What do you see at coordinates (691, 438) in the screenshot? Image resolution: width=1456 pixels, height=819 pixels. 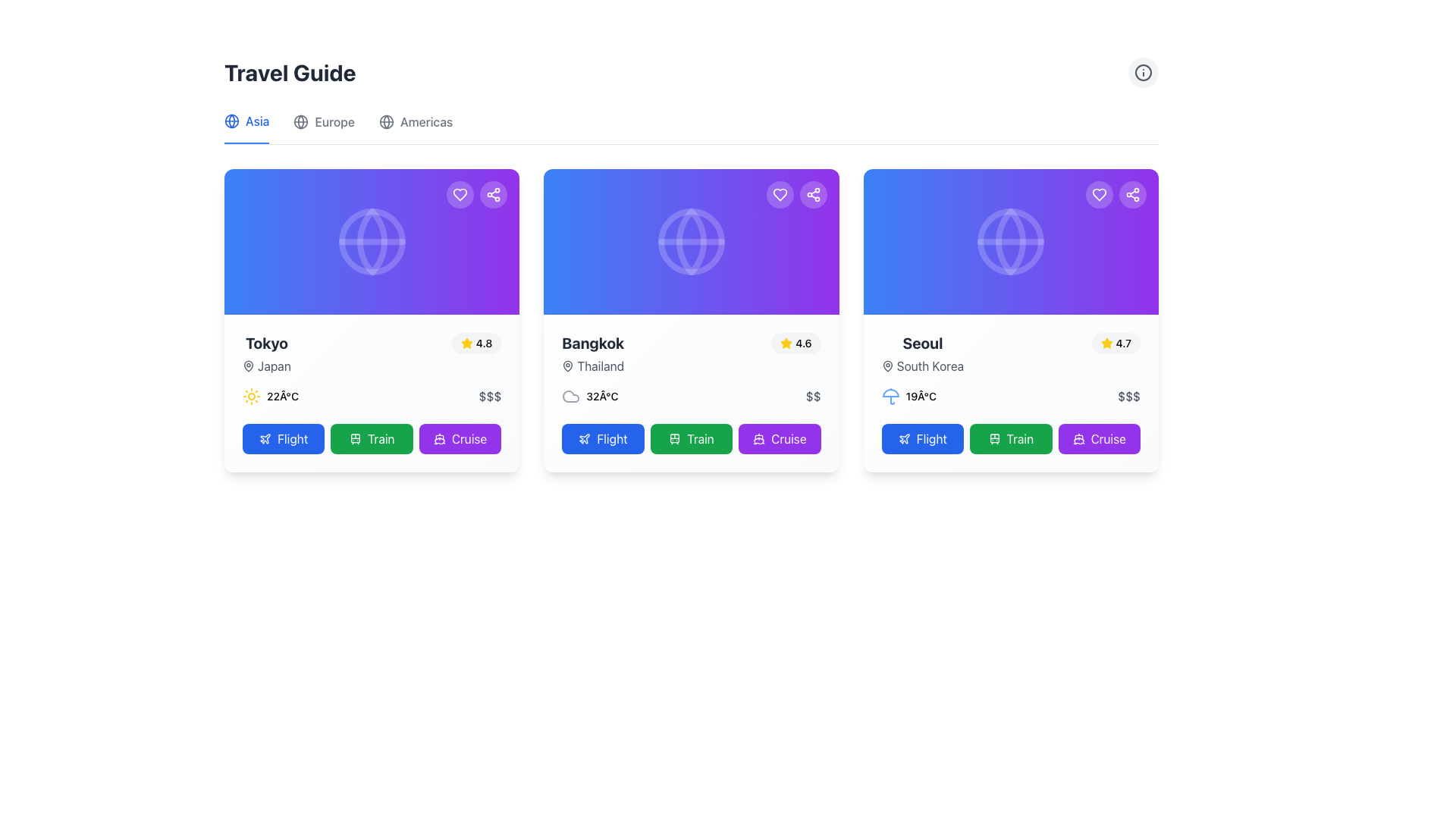 I see `the green 'Train' button located at the bottom of the 'Bangkok' card` at bounding box center [691, 438].